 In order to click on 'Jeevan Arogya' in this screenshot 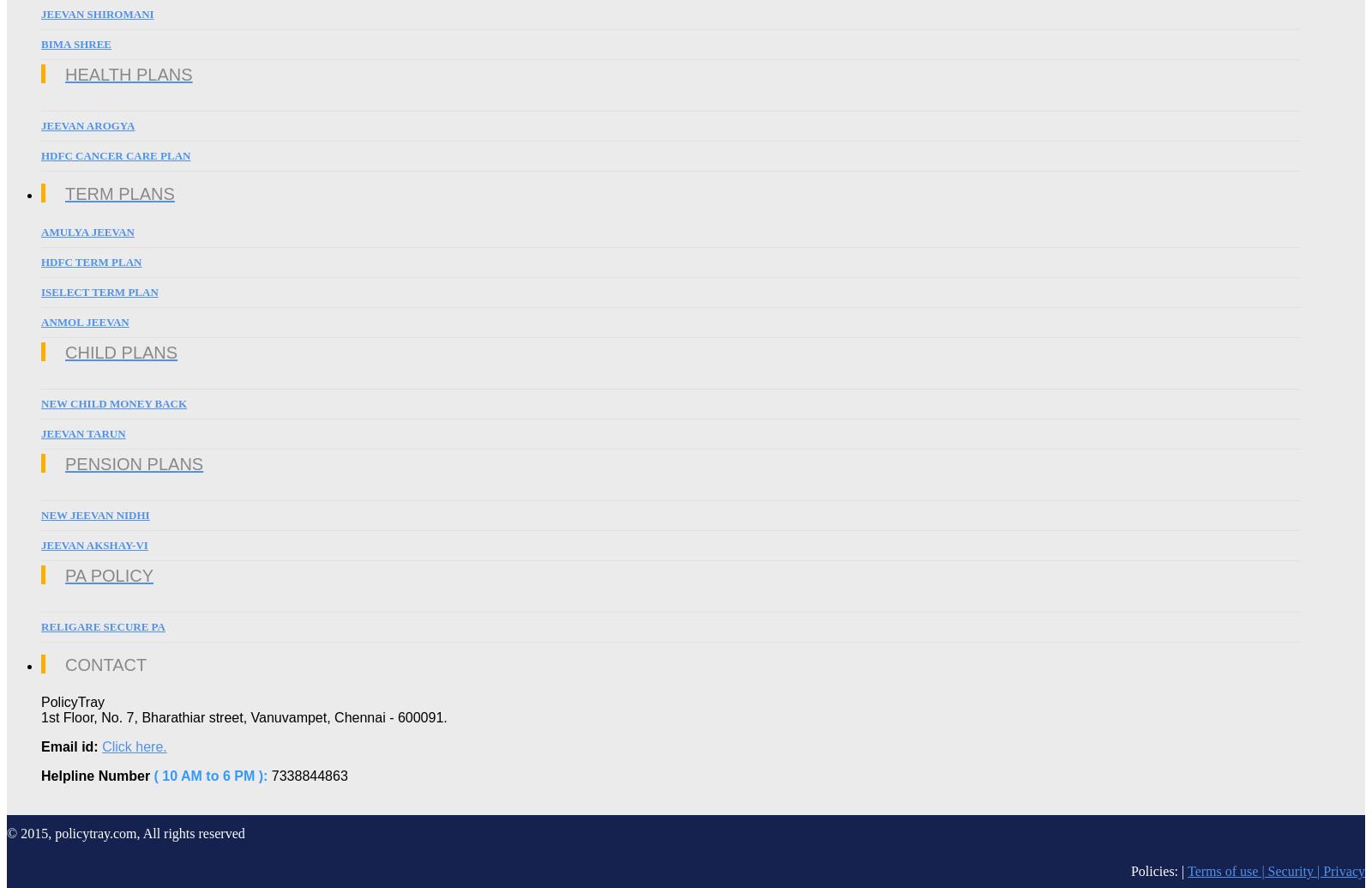, I will do `click(87, 125)`.